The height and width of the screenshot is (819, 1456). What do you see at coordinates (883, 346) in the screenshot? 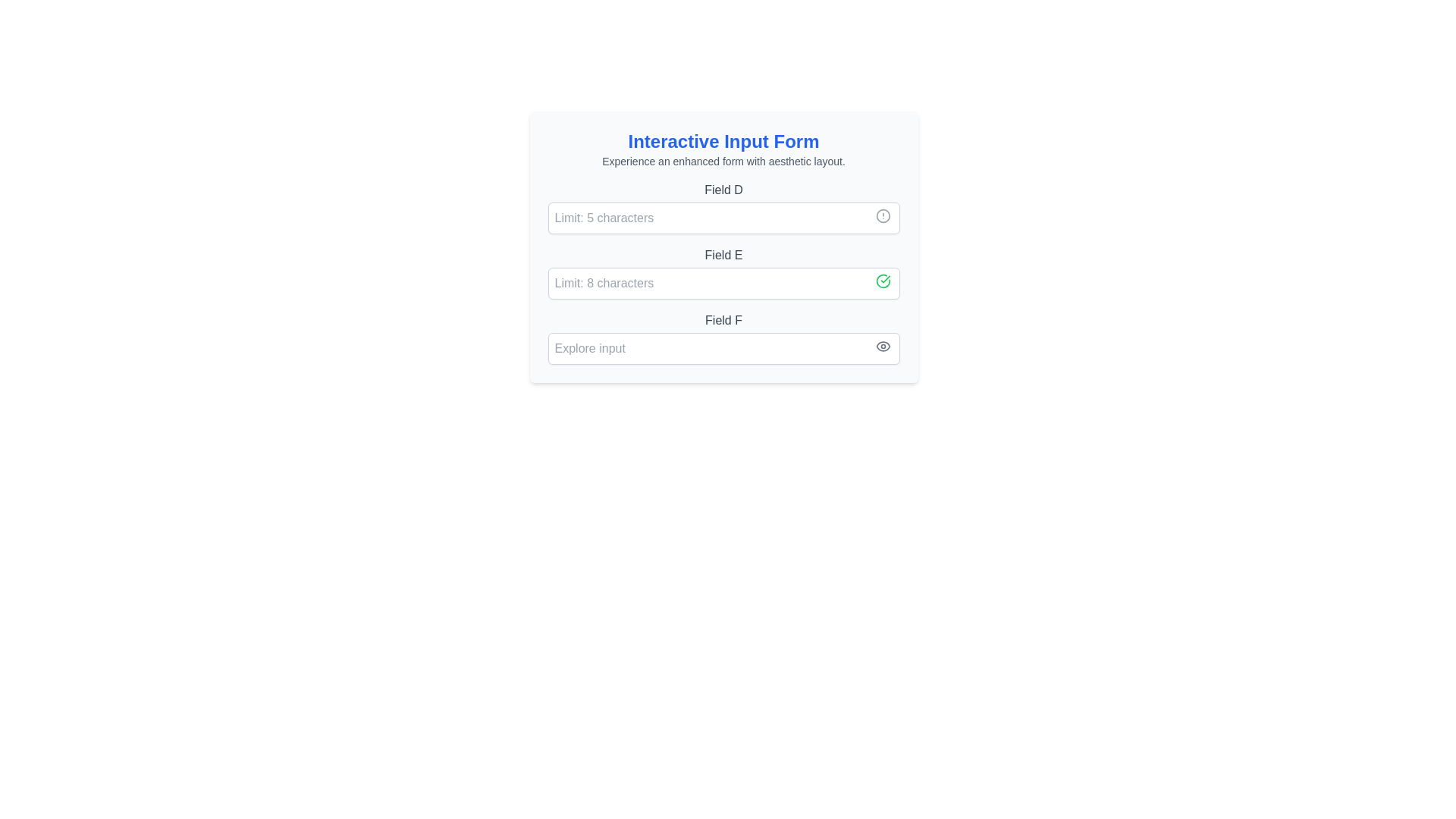
I see `the password visibility toggle icon located at the far-right of the input field labeled 'Field F', which allows users` at bounding box center [883, 346].